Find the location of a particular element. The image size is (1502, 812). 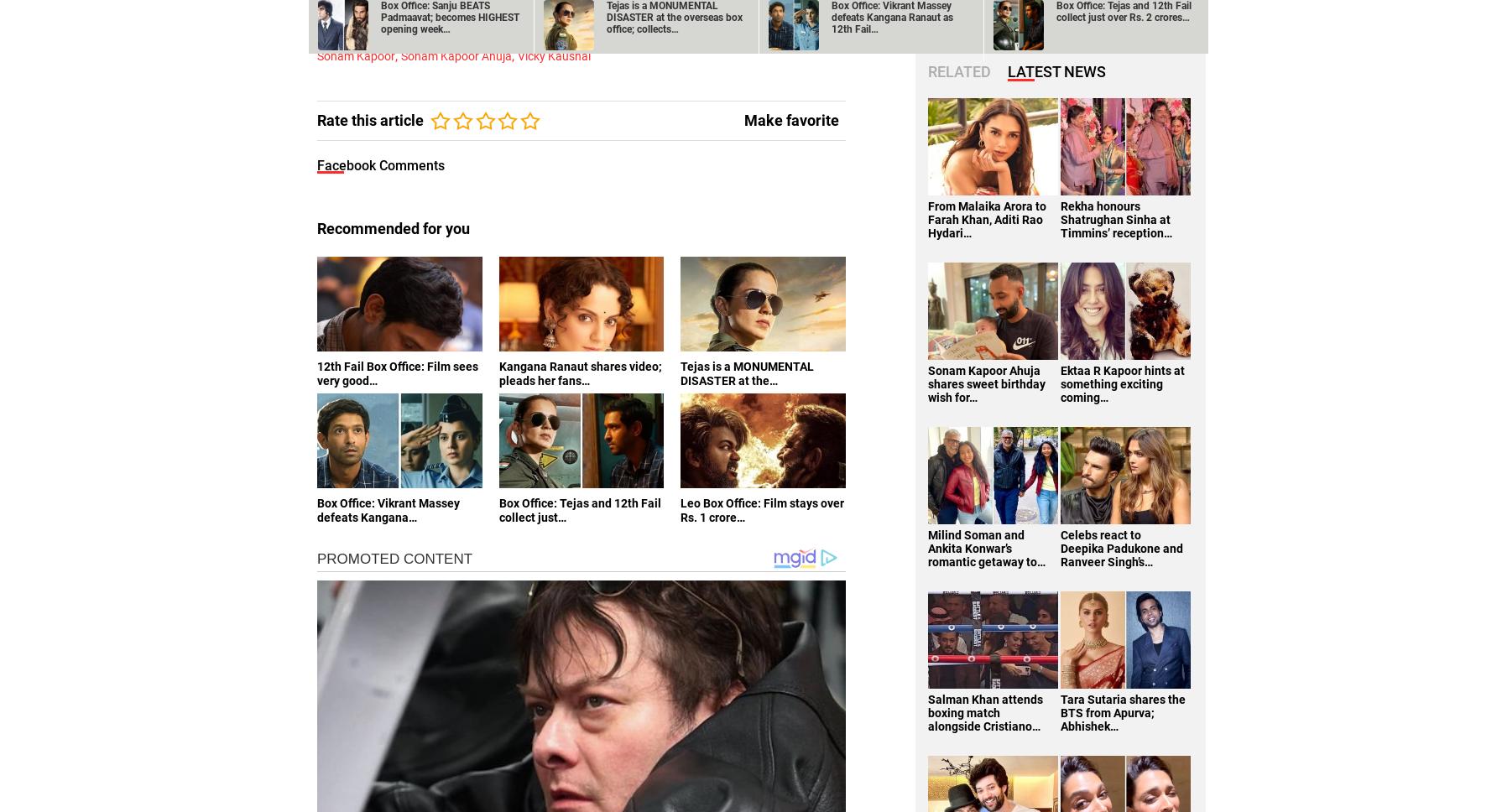

'Ektaa R Kapoor hints at something exciting coming…' is located at coordinates (1121, 382).